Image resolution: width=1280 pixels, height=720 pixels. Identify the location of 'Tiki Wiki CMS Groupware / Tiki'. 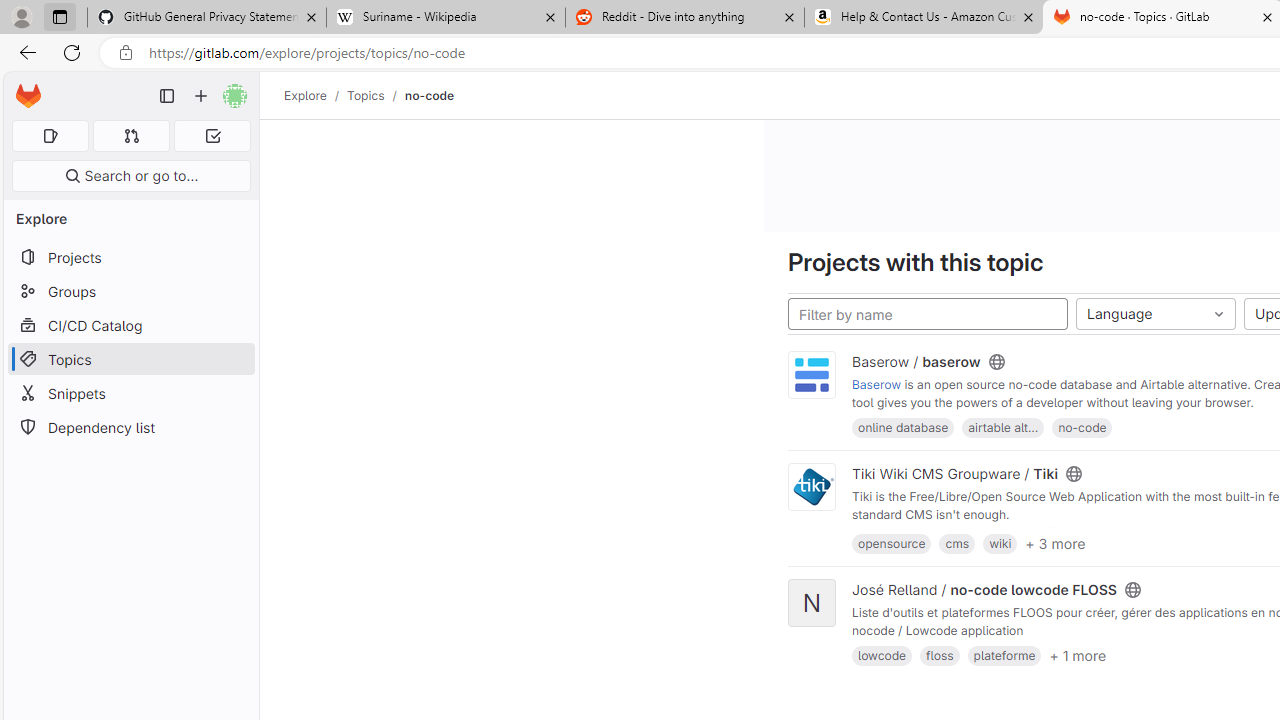
(954, 474).